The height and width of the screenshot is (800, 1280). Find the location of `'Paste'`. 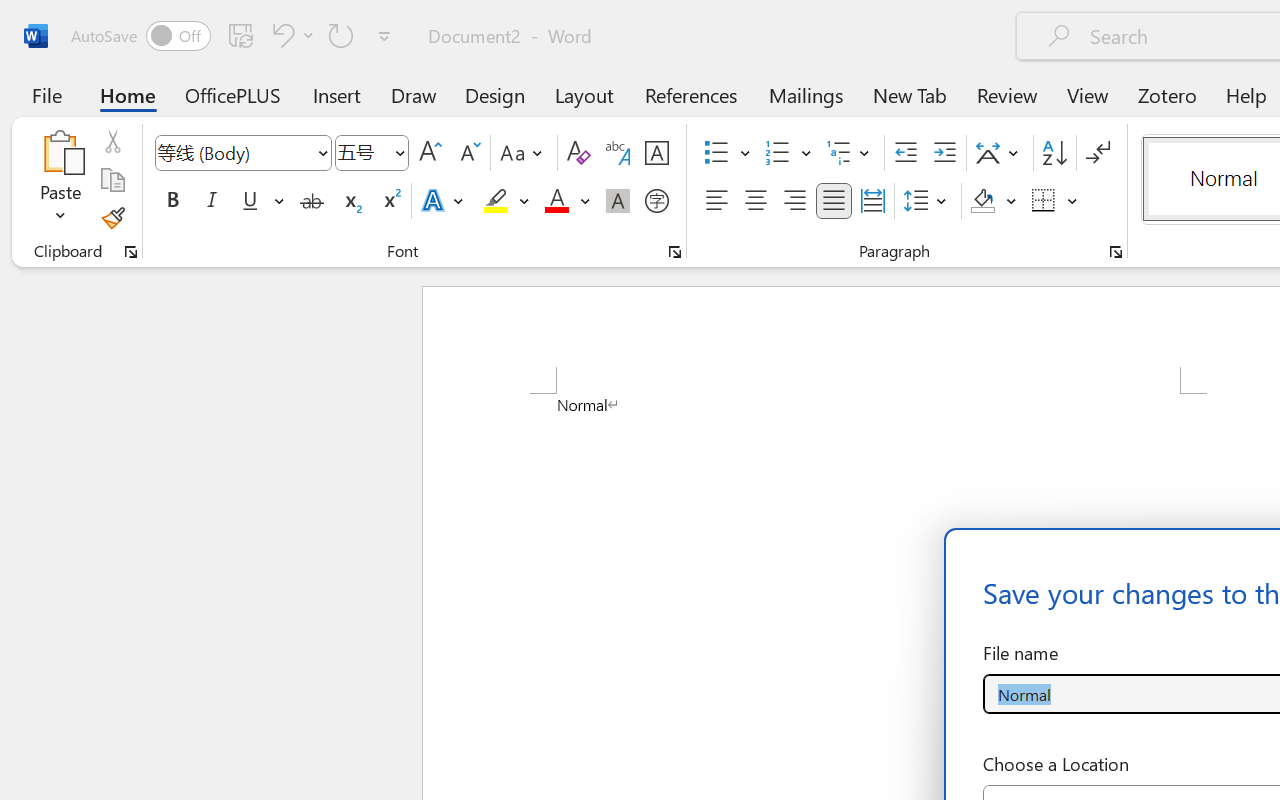

'Paste' is located at coordinates (60, 151).